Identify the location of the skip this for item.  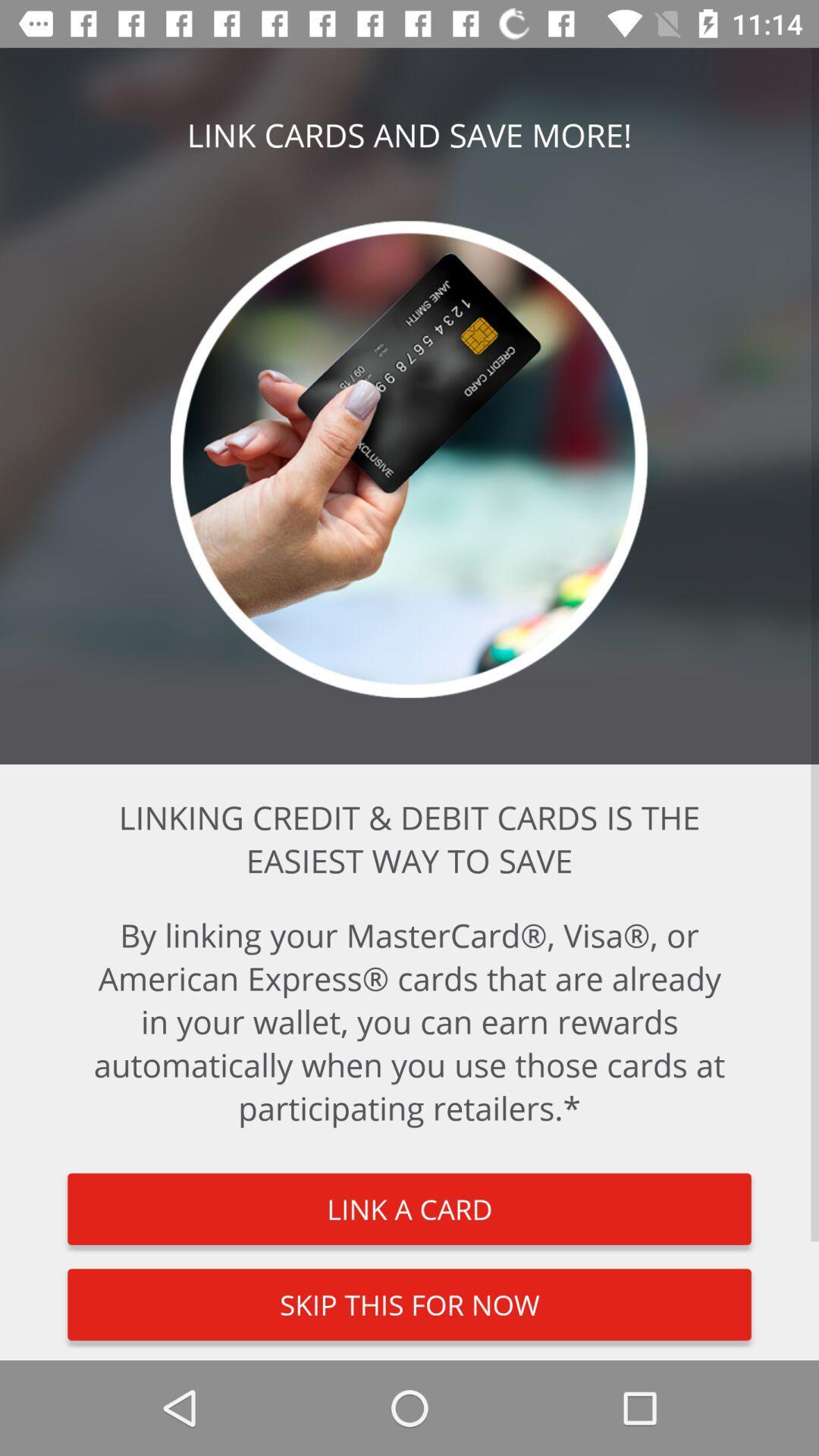
(409, 1304).